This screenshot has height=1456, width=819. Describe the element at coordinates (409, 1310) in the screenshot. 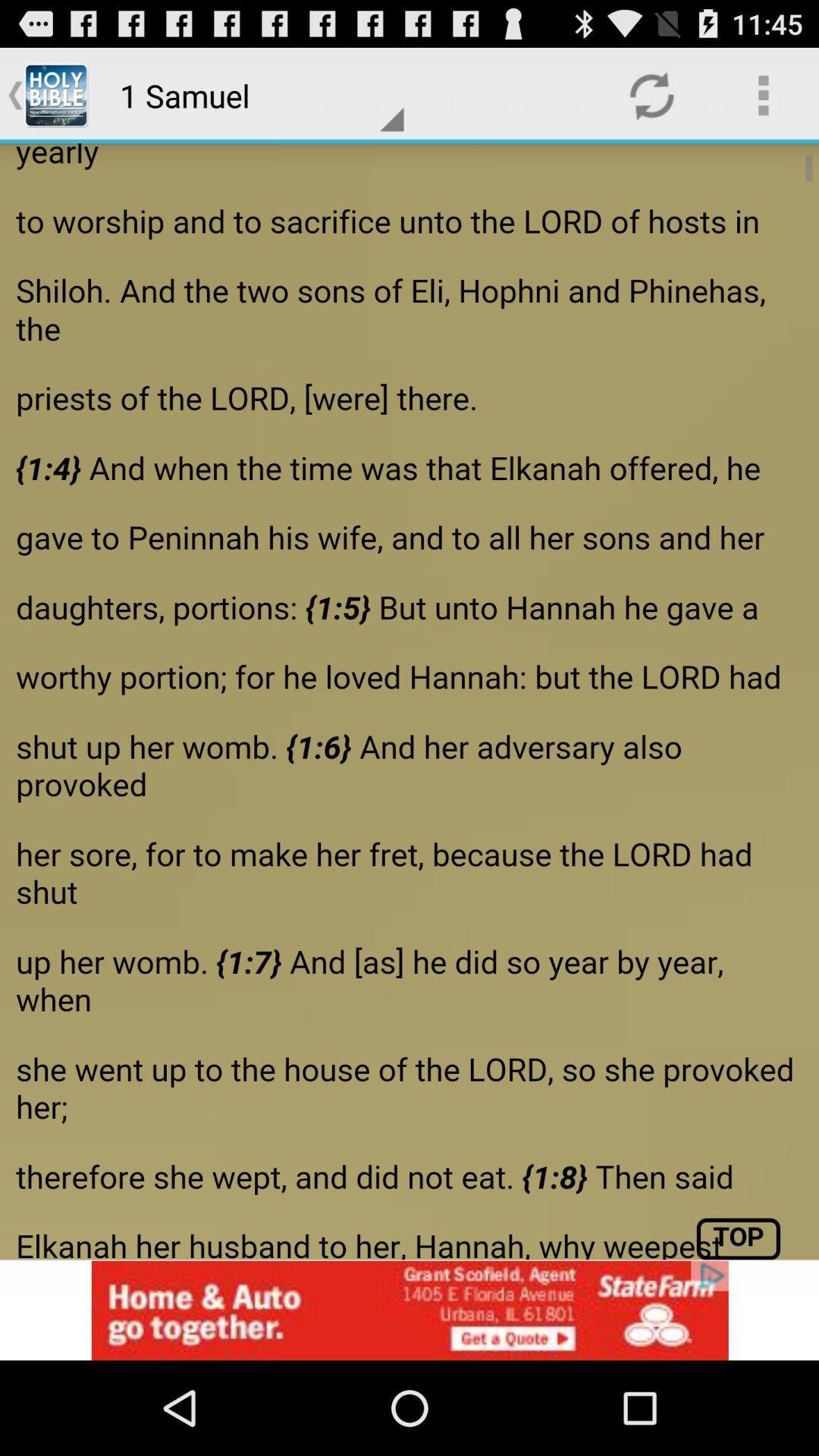

I see `advertisement bar` at that location.